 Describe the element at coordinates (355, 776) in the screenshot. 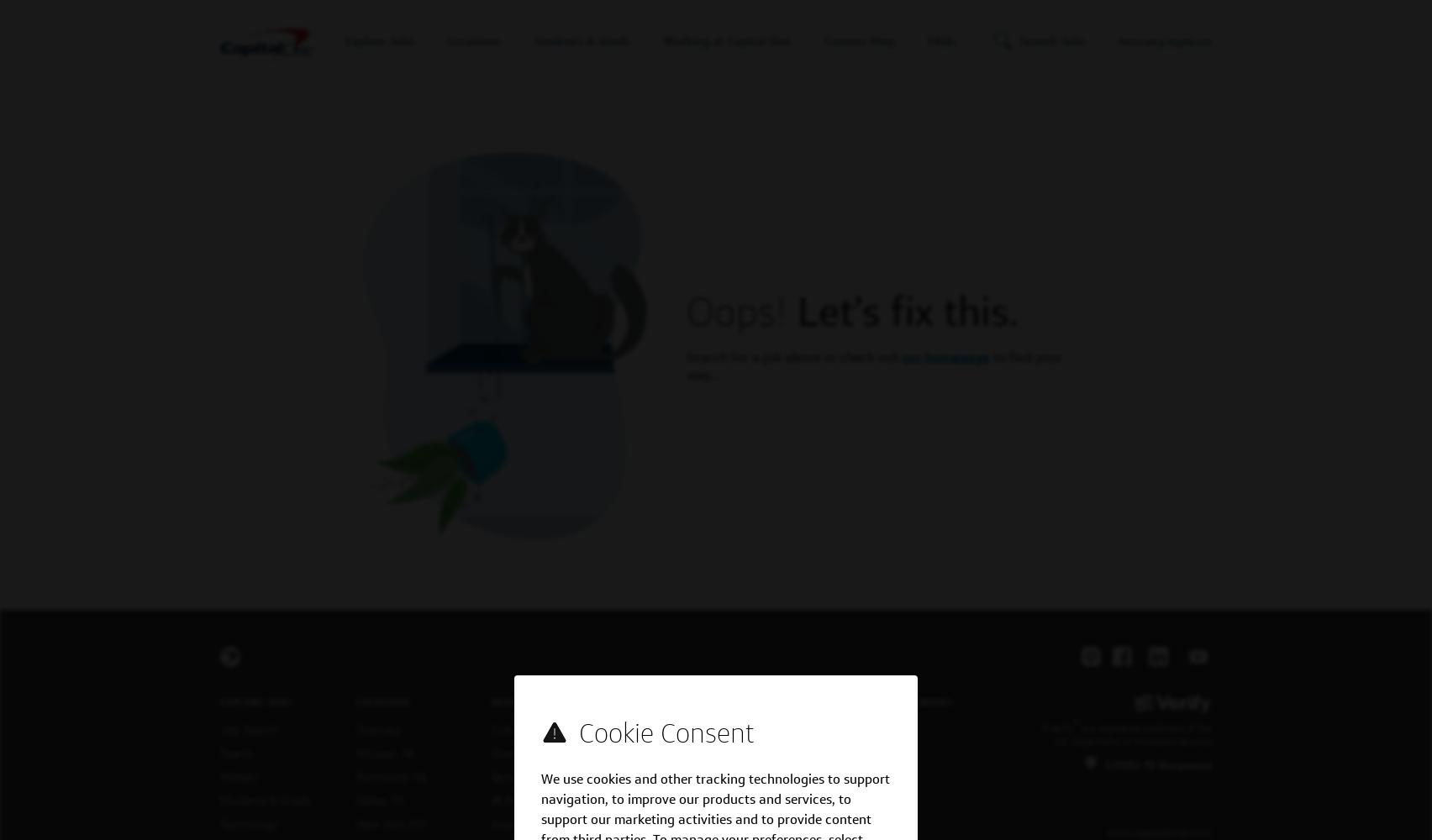

I see `'Richmond, VA'` at that location.